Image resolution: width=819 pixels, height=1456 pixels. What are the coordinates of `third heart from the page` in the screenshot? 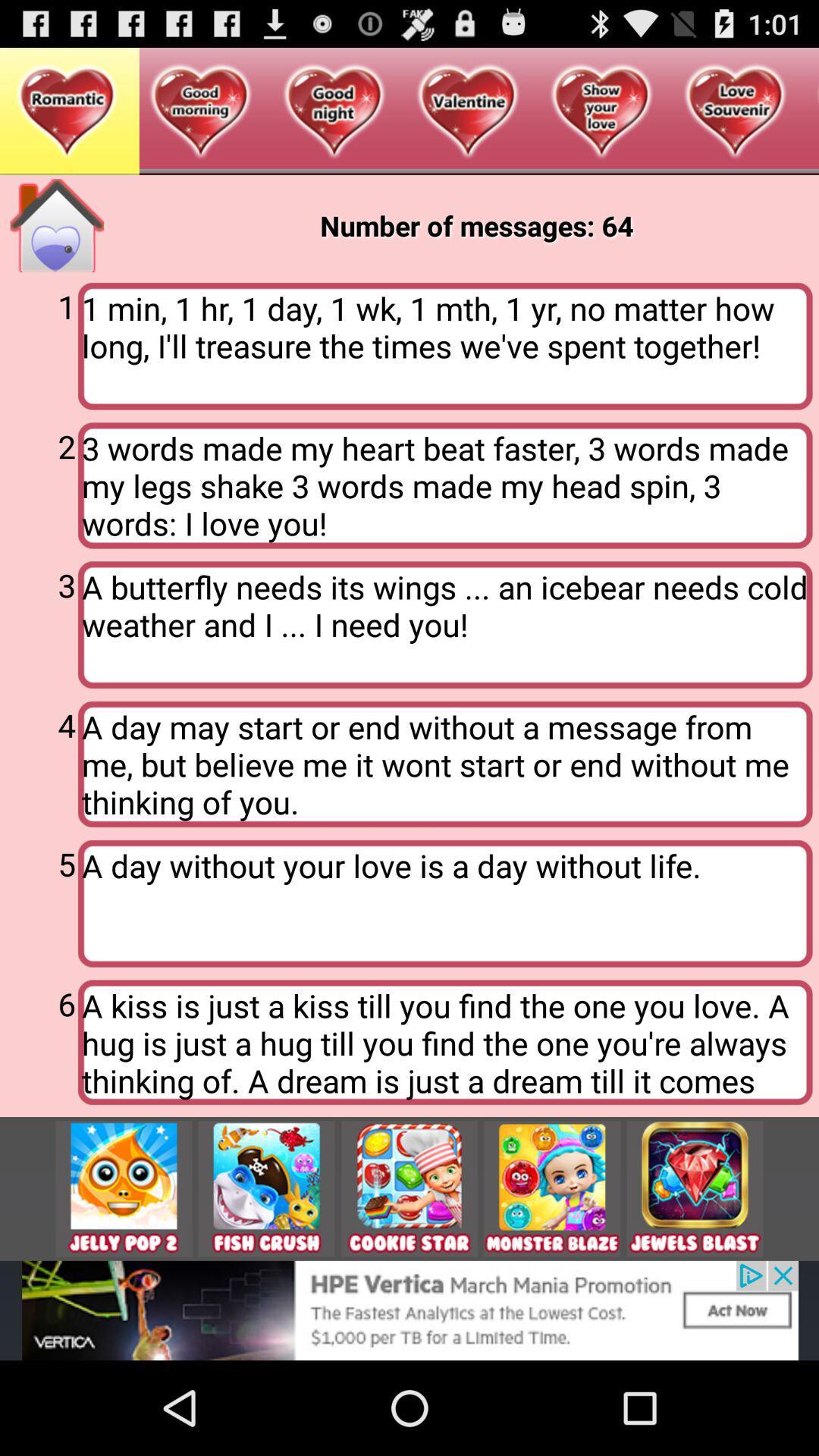 It's located at (333, 111).